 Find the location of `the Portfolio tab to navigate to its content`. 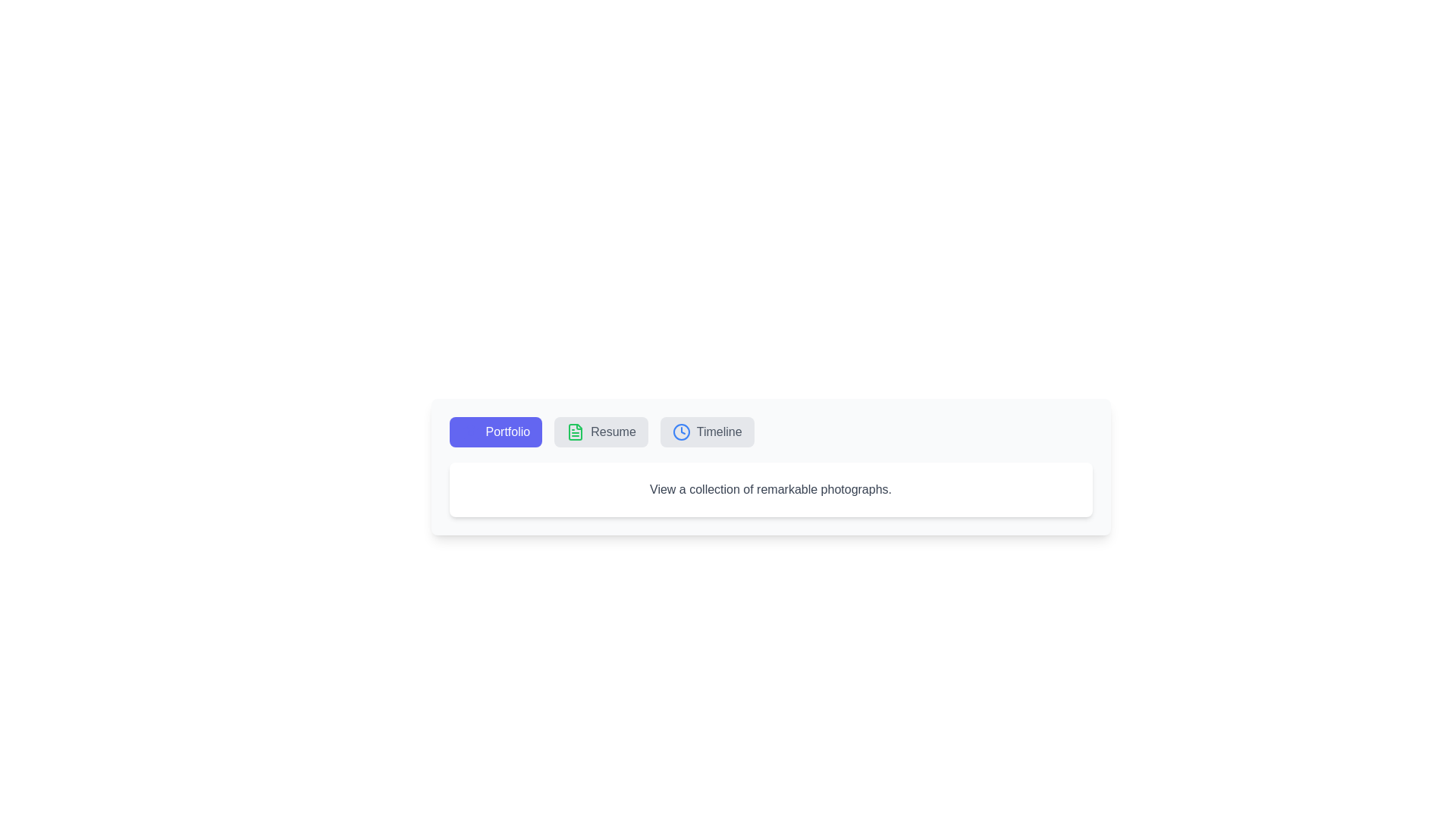

the Portfolio tab to navigate to its content is located at coordinates (495, 432).